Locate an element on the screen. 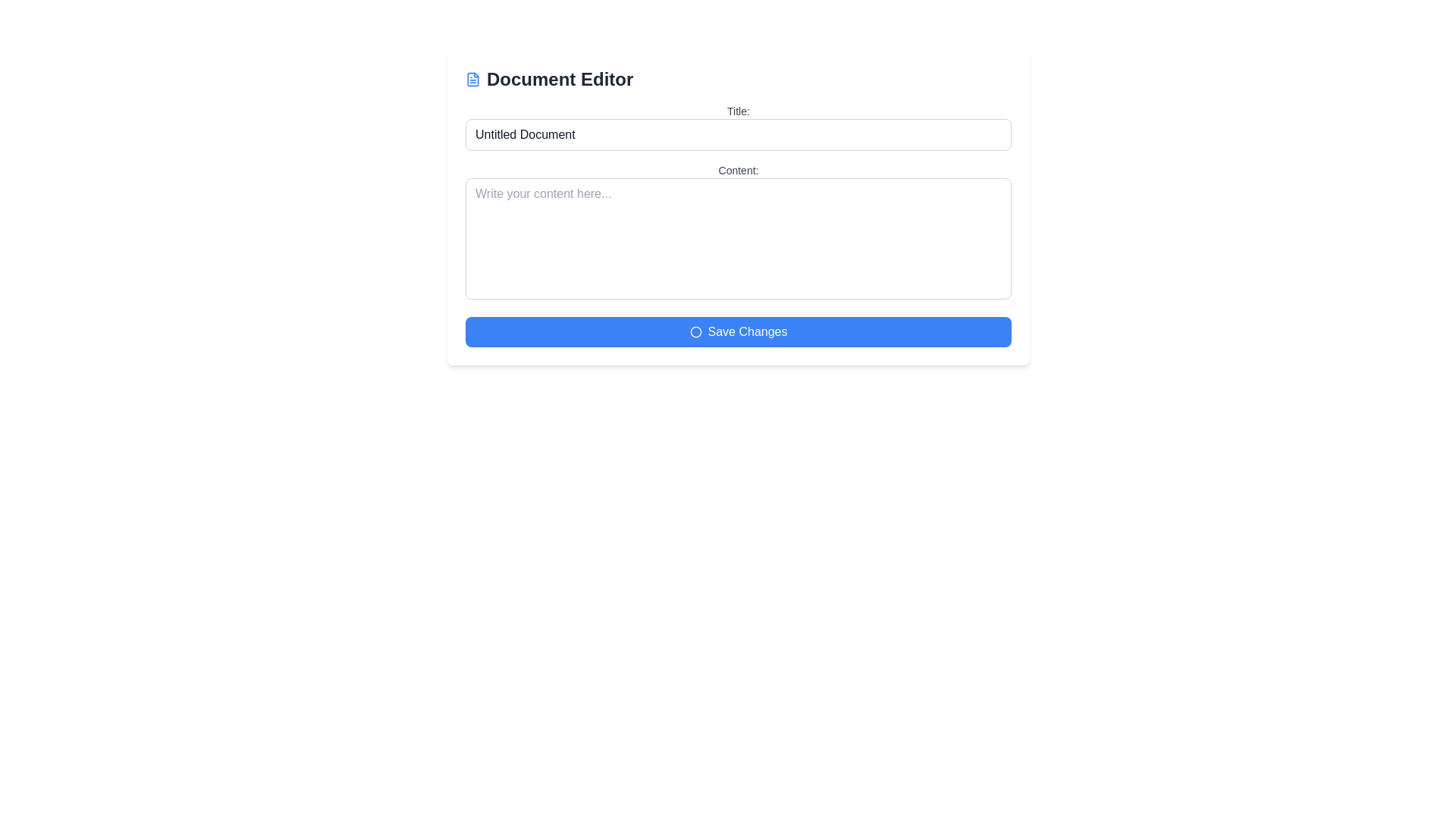  the text label reading 'Content:' which is styled in gray and positioned above a multi-line text input field is located at coordinates (739, 170).